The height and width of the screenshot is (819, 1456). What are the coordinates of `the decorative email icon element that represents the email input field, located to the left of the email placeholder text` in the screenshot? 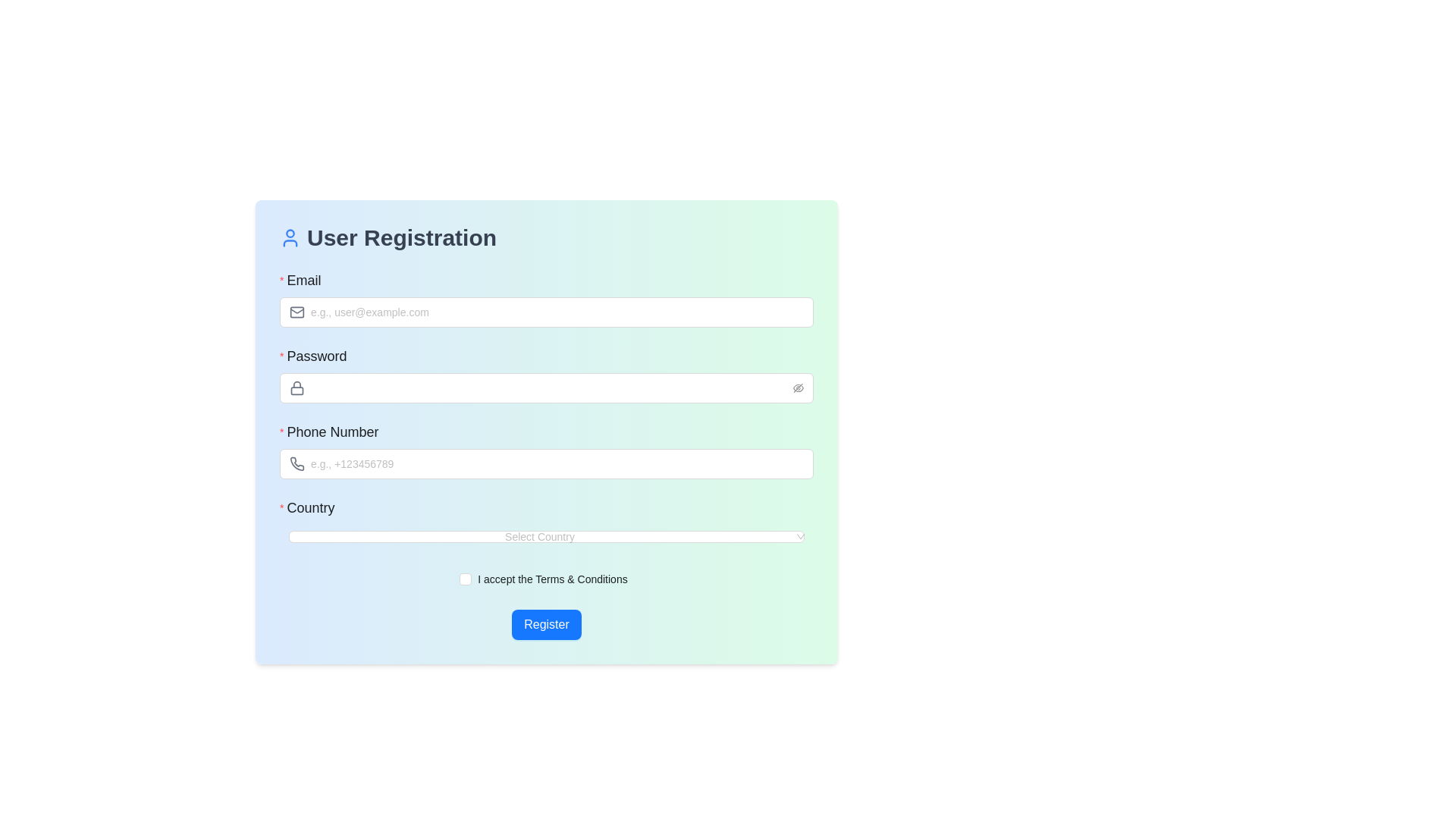 It's located at (298, 312).